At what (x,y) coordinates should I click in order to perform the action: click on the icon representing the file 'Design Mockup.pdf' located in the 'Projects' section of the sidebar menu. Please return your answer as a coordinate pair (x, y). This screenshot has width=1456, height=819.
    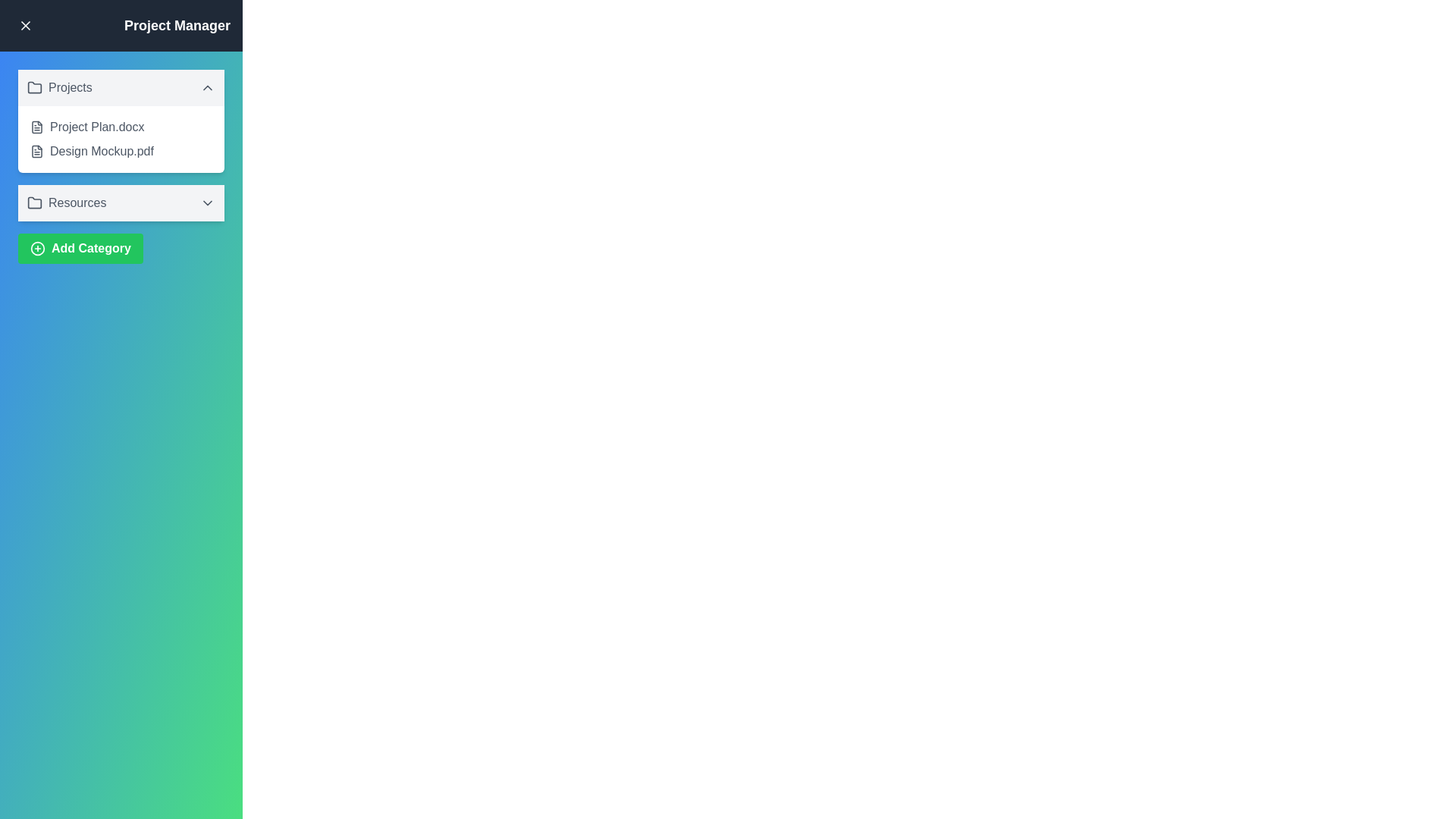
    Looking at the image, I should click on (36, 152).